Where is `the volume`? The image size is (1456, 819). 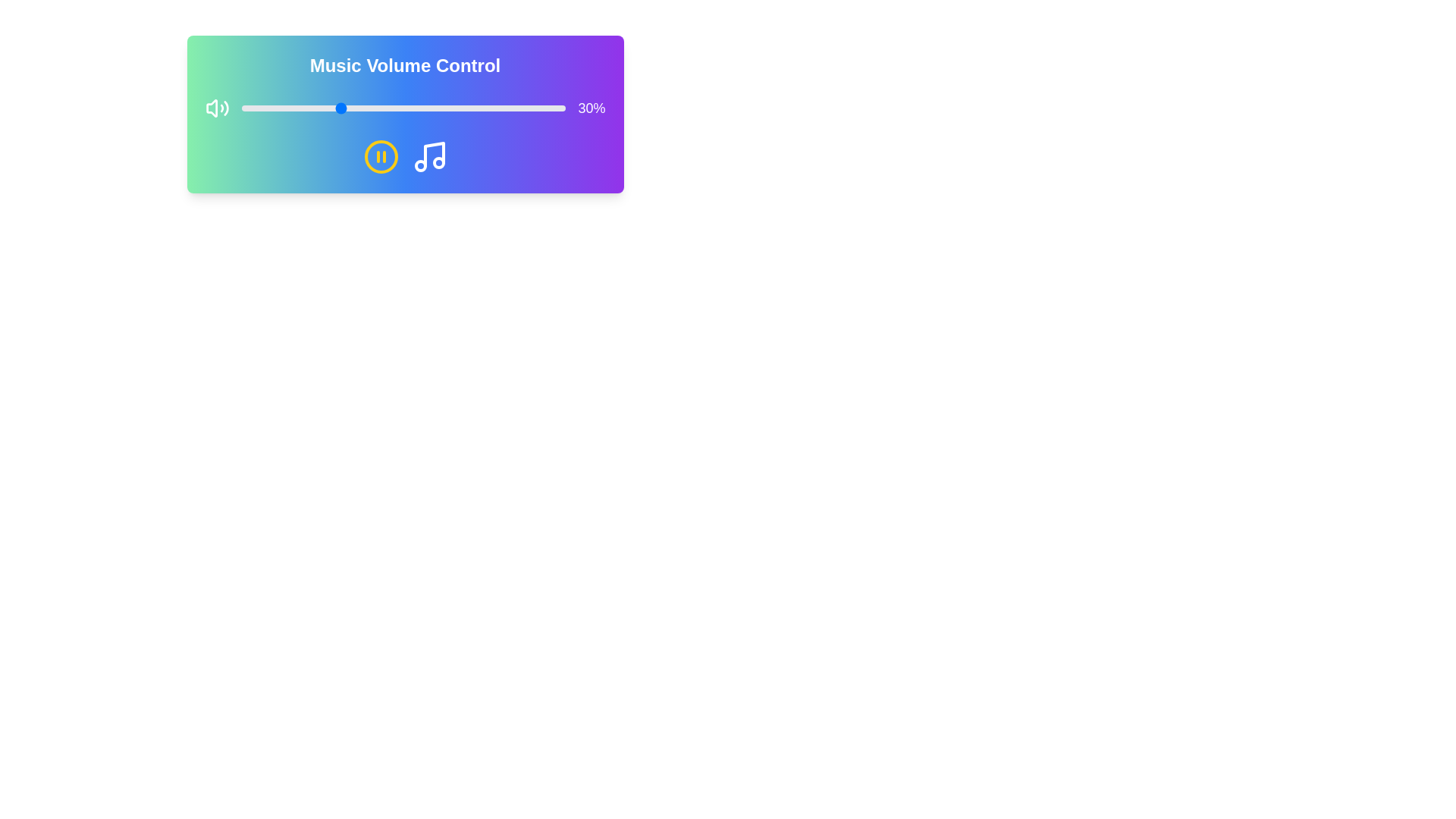 the volume is located at coordinates (322, 107).